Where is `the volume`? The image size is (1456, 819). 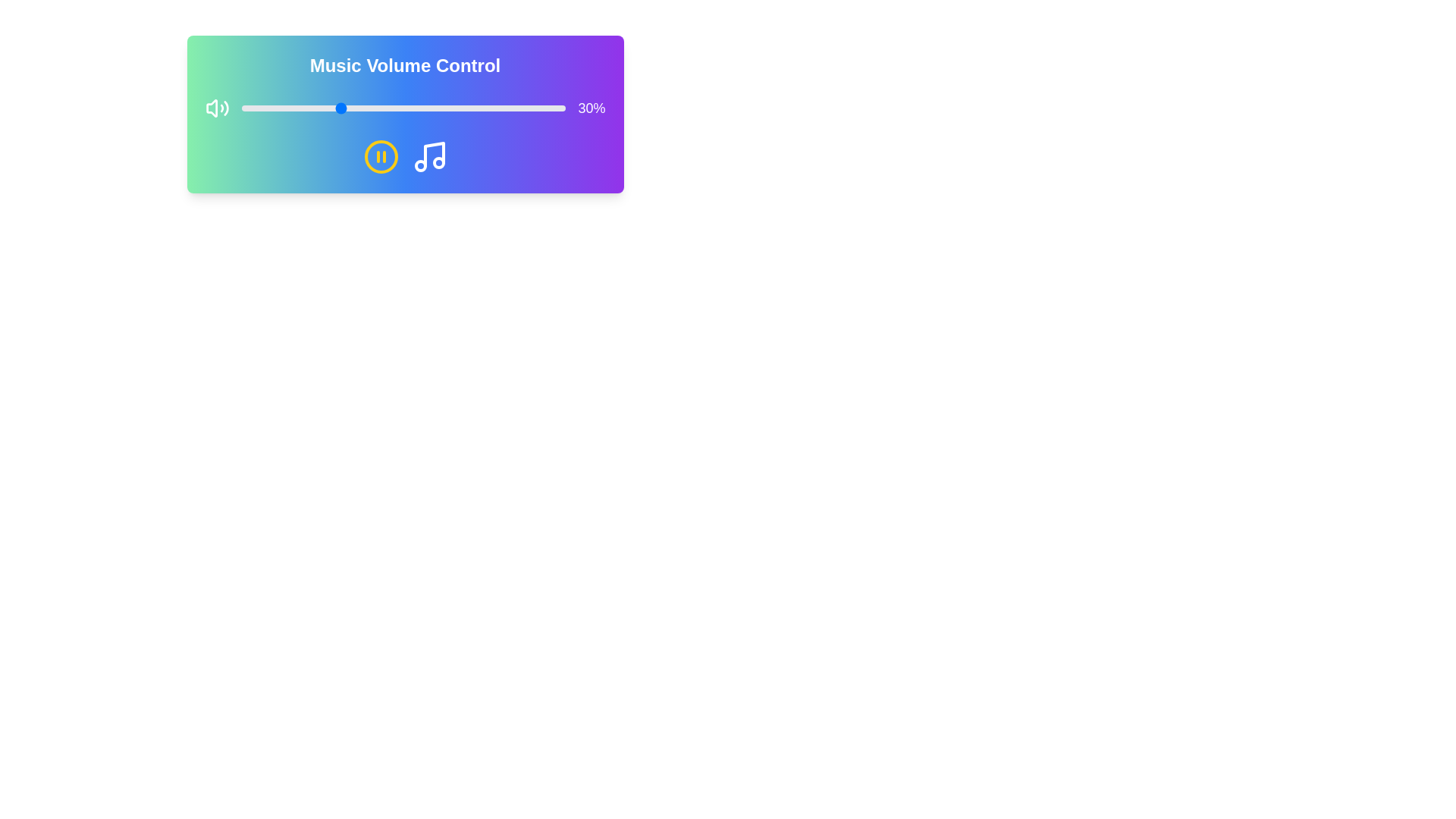 the volume is located at coordinates (322, 107).